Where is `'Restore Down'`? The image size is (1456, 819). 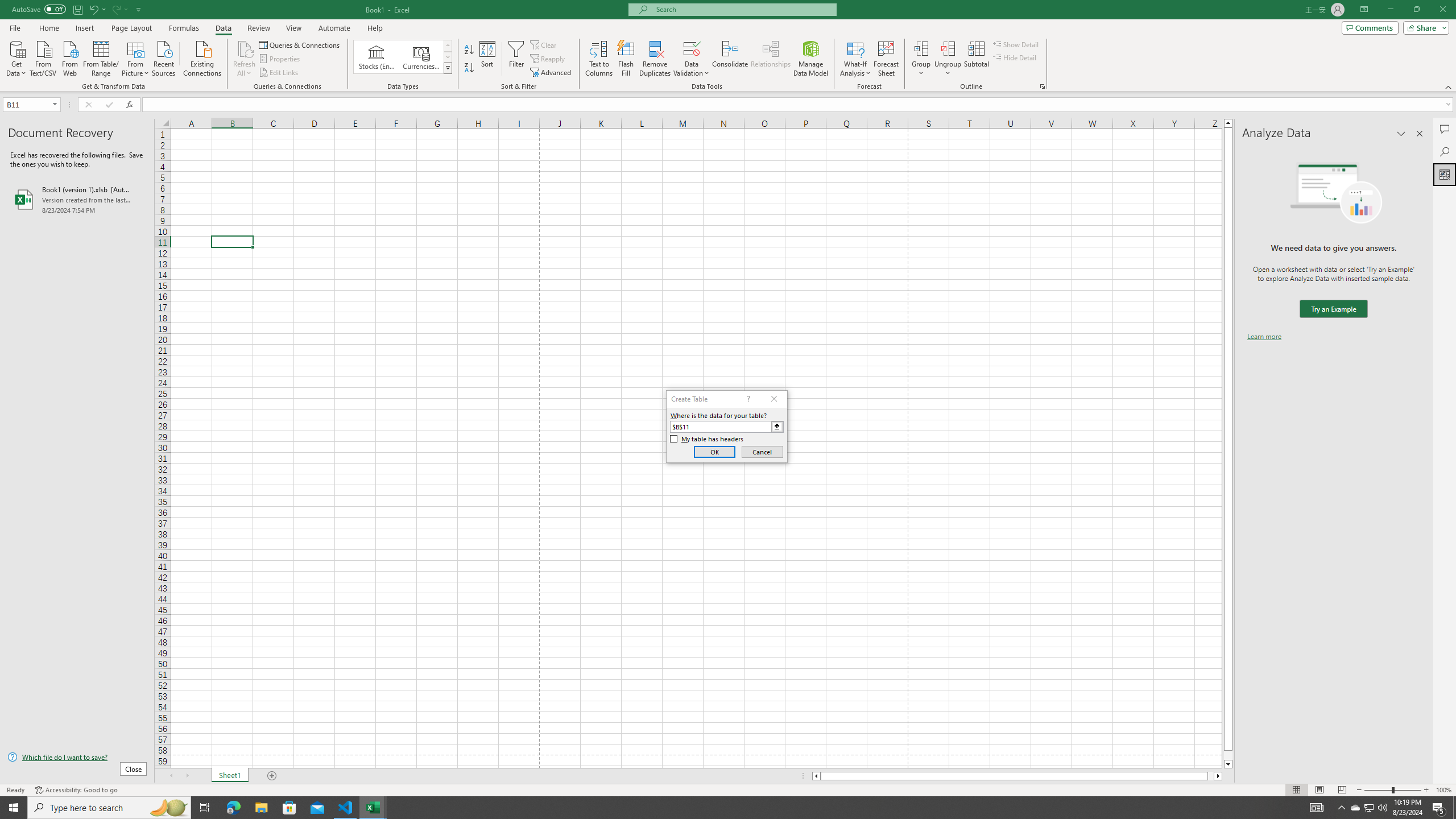 'Restore Down' is located at coordinates (1416, 9).